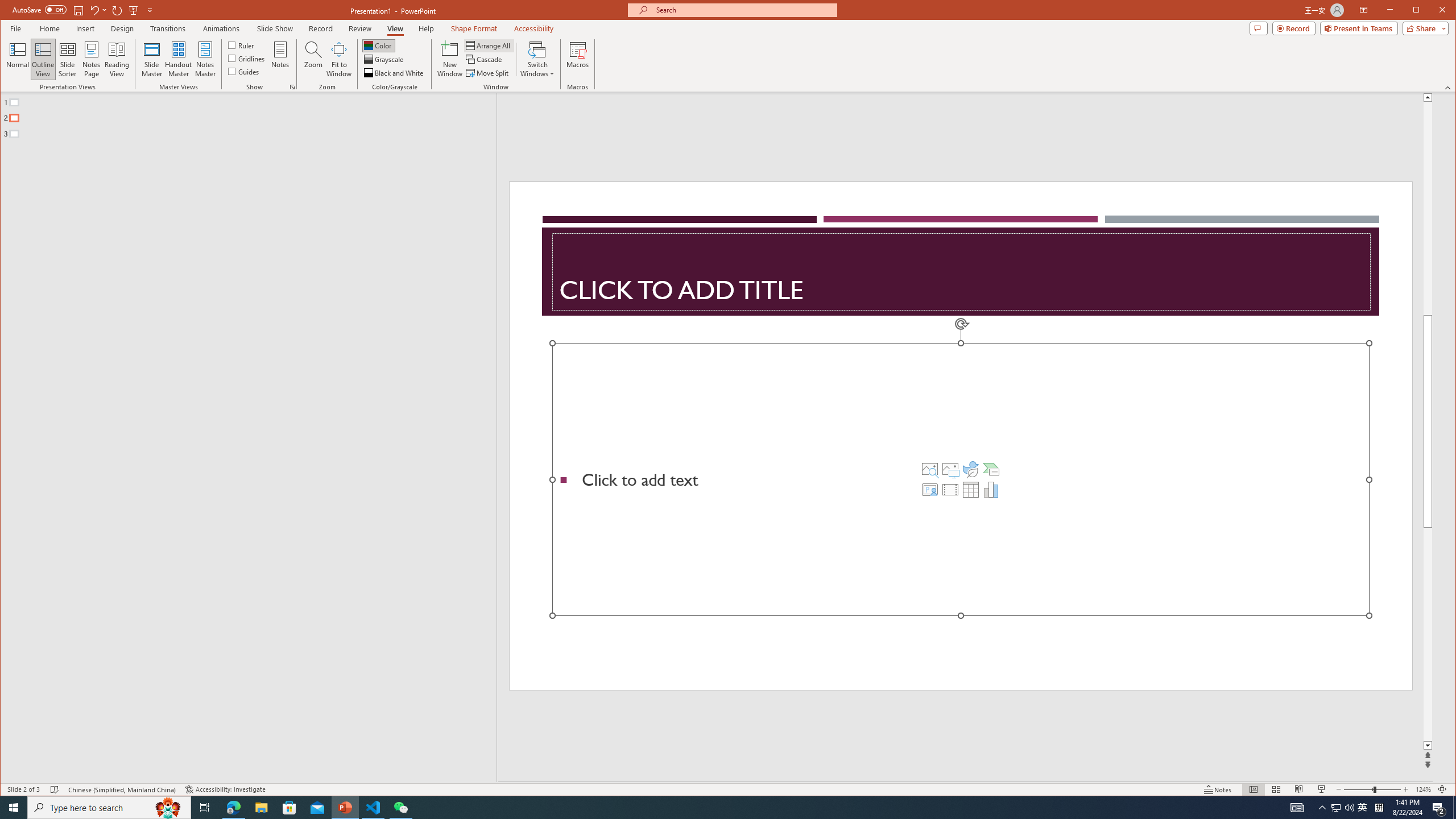 Image resolution: width=1456 pixels, height=819 pixels. What do you see at coordinates (971, 469) in the screenshot?
I see `'Insert an Icon'` at bounding box center [971, 469].